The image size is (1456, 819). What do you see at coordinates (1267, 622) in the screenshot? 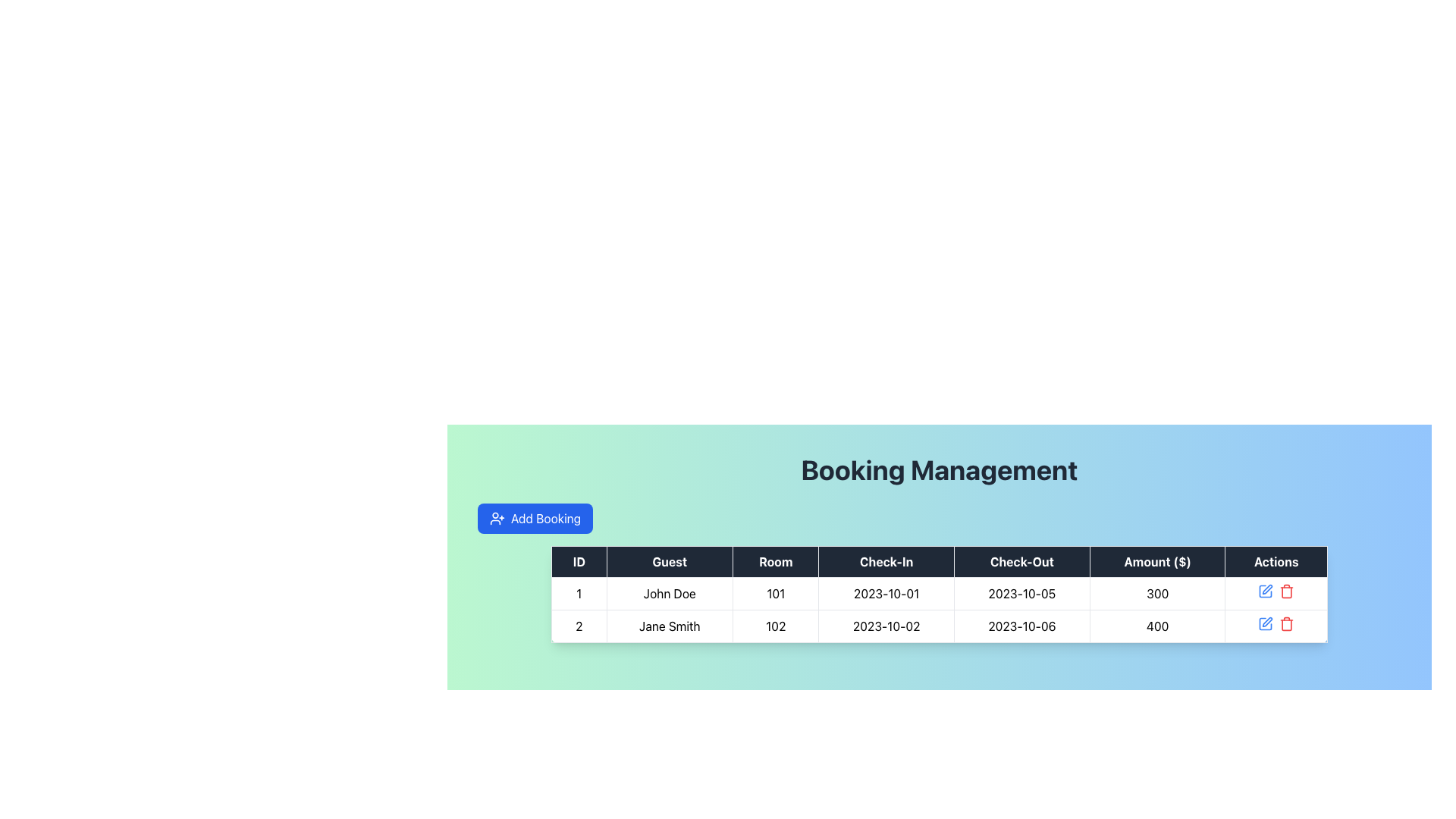
I see `the Edit icon button located in the Actions column of the table, associated with the second row entry for Jane Smith` at bounding box center [1267, 622].